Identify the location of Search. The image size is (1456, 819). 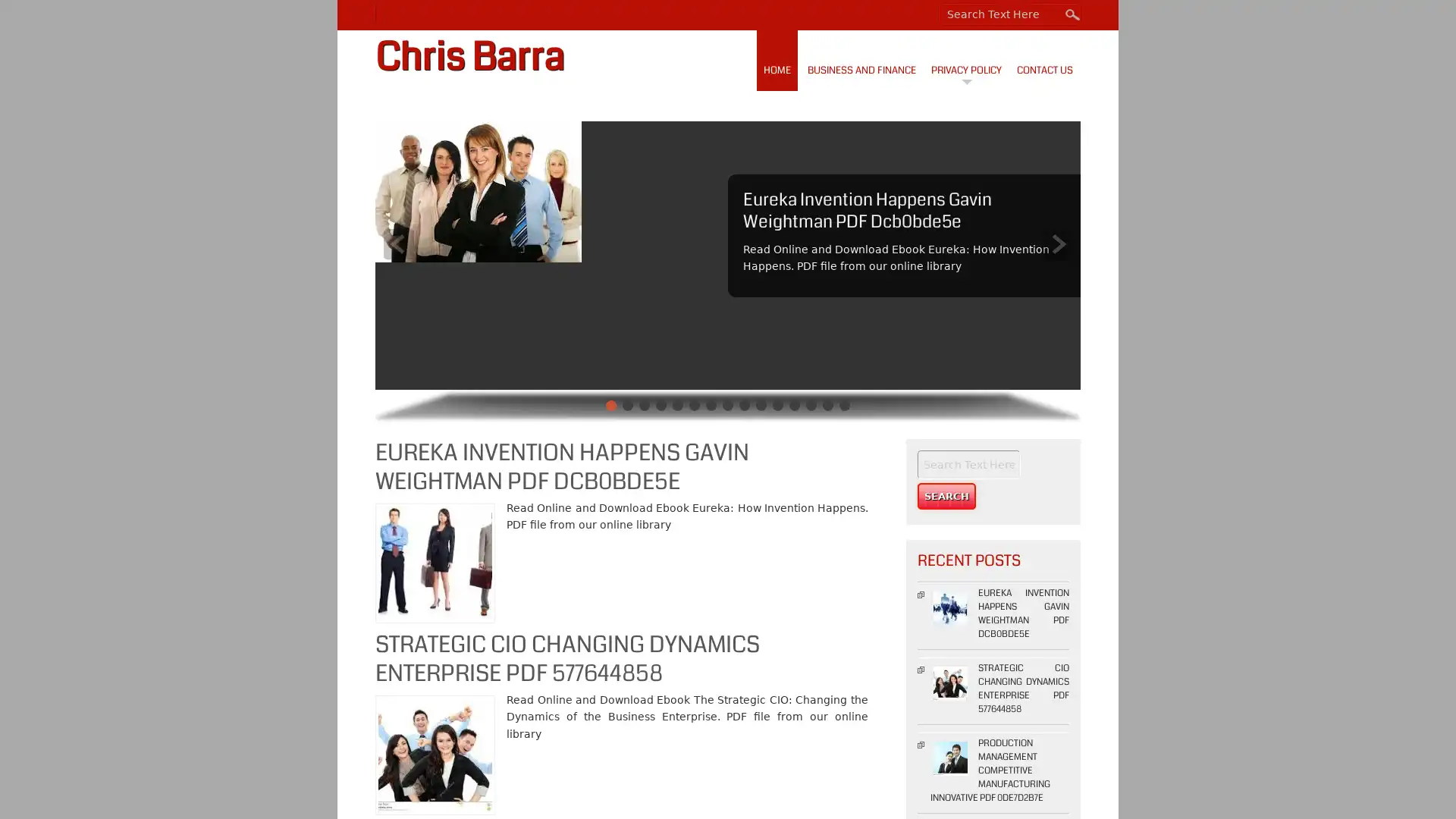
(946, 496).